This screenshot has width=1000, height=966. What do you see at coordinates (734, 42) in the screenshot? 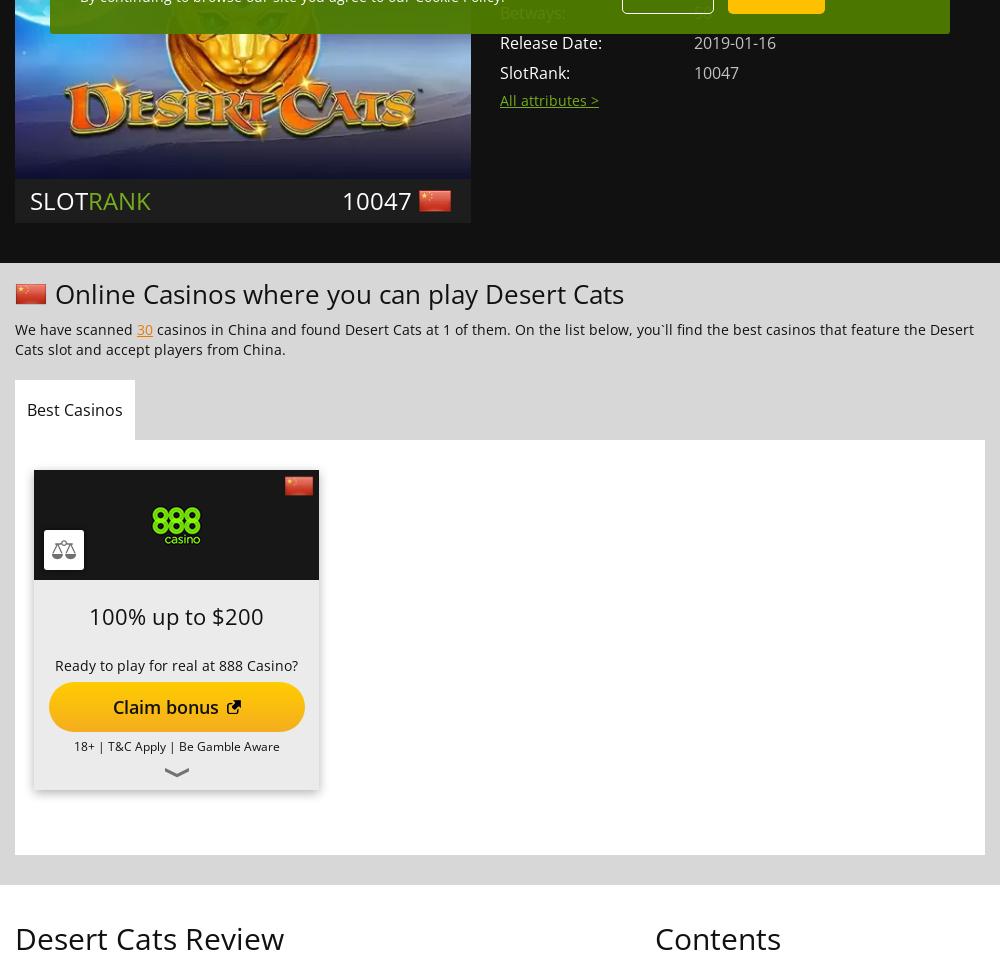
I see `'2019-01-16'` at bounding box center [734, 42].